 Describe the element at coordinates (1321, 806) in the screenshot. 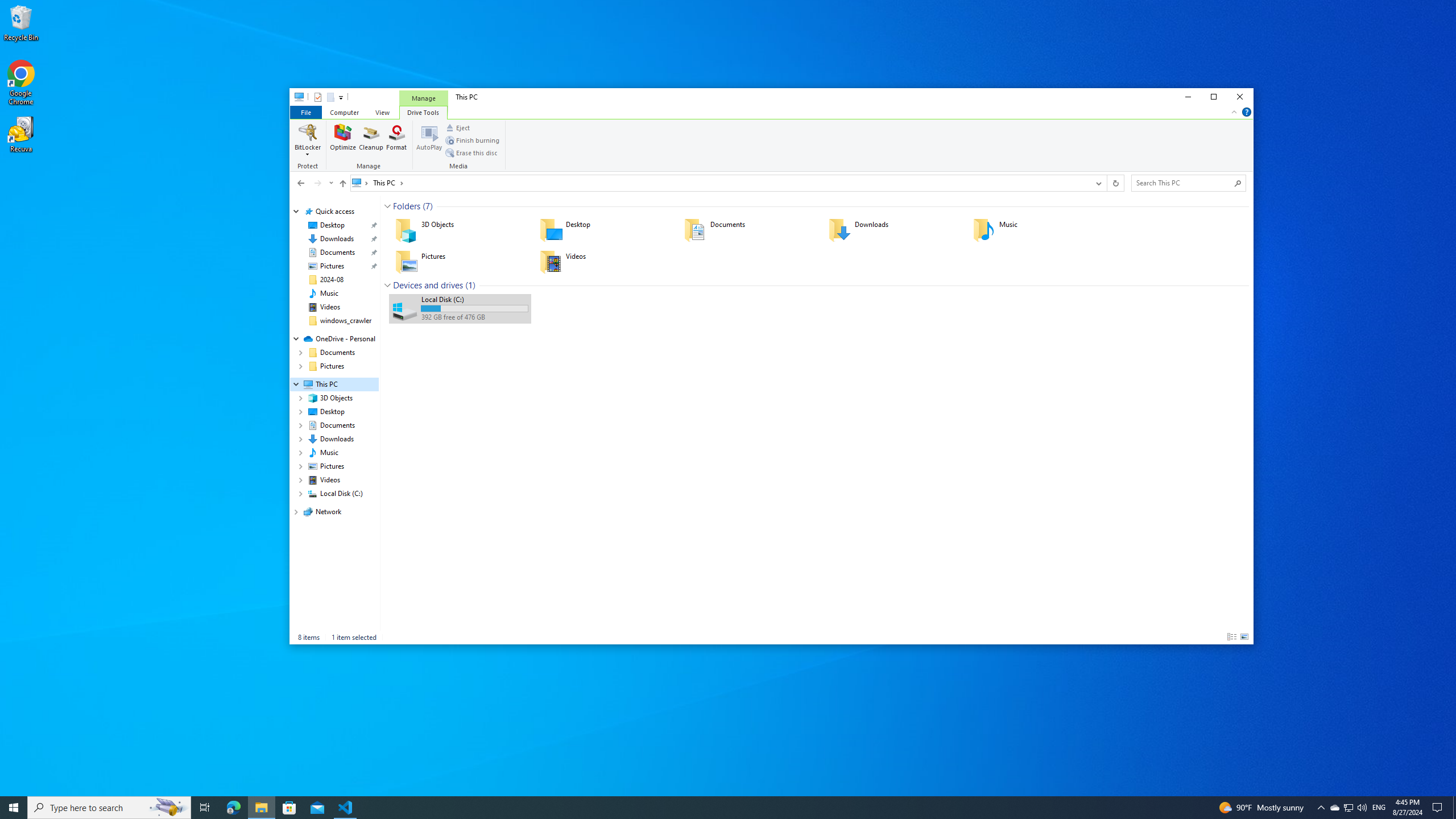

I see `'Notification Chevron'` at that location.